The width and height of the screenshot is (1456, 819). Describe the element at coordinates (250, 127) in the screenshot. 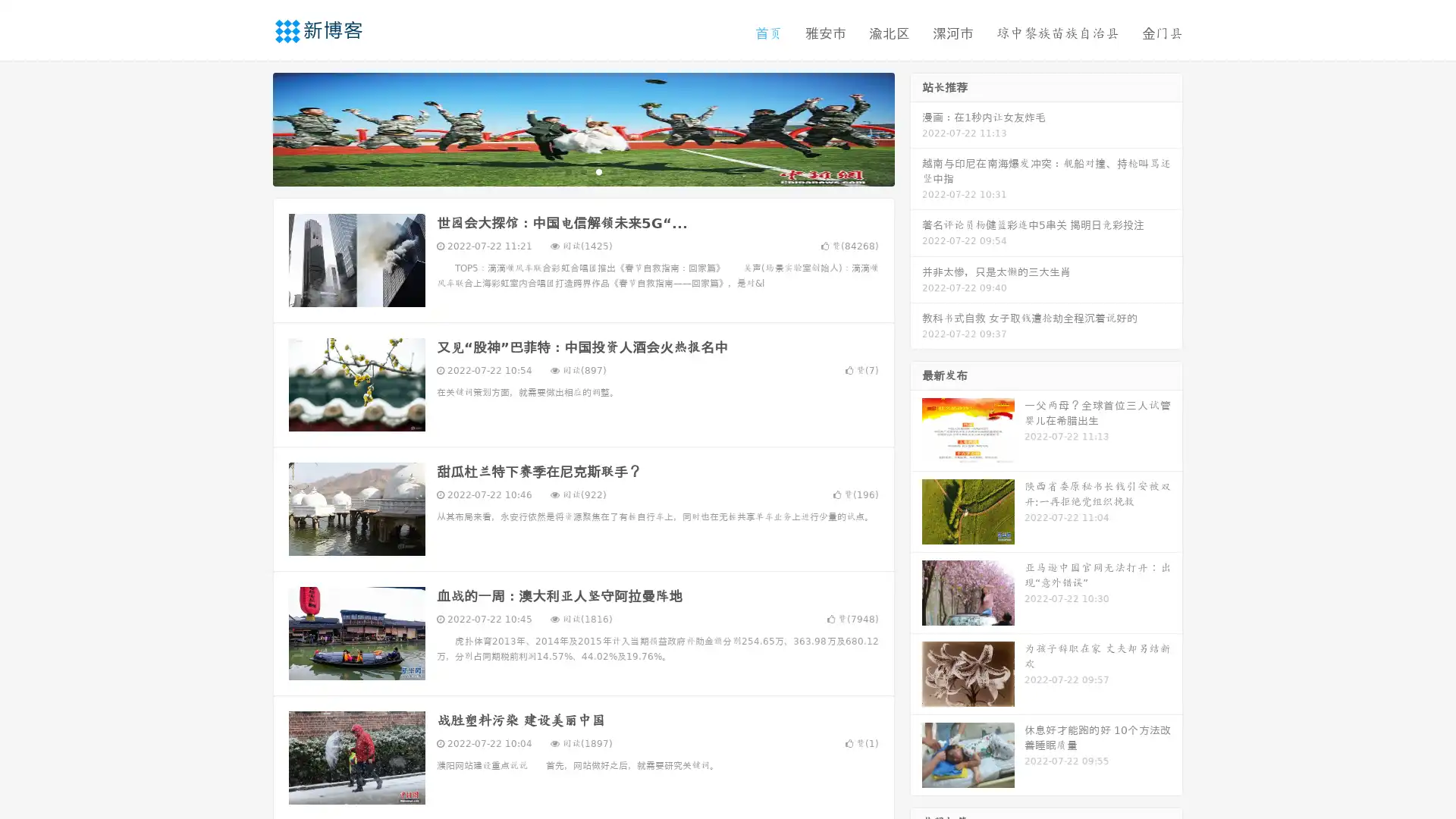

I see `Previous slide` at that location.